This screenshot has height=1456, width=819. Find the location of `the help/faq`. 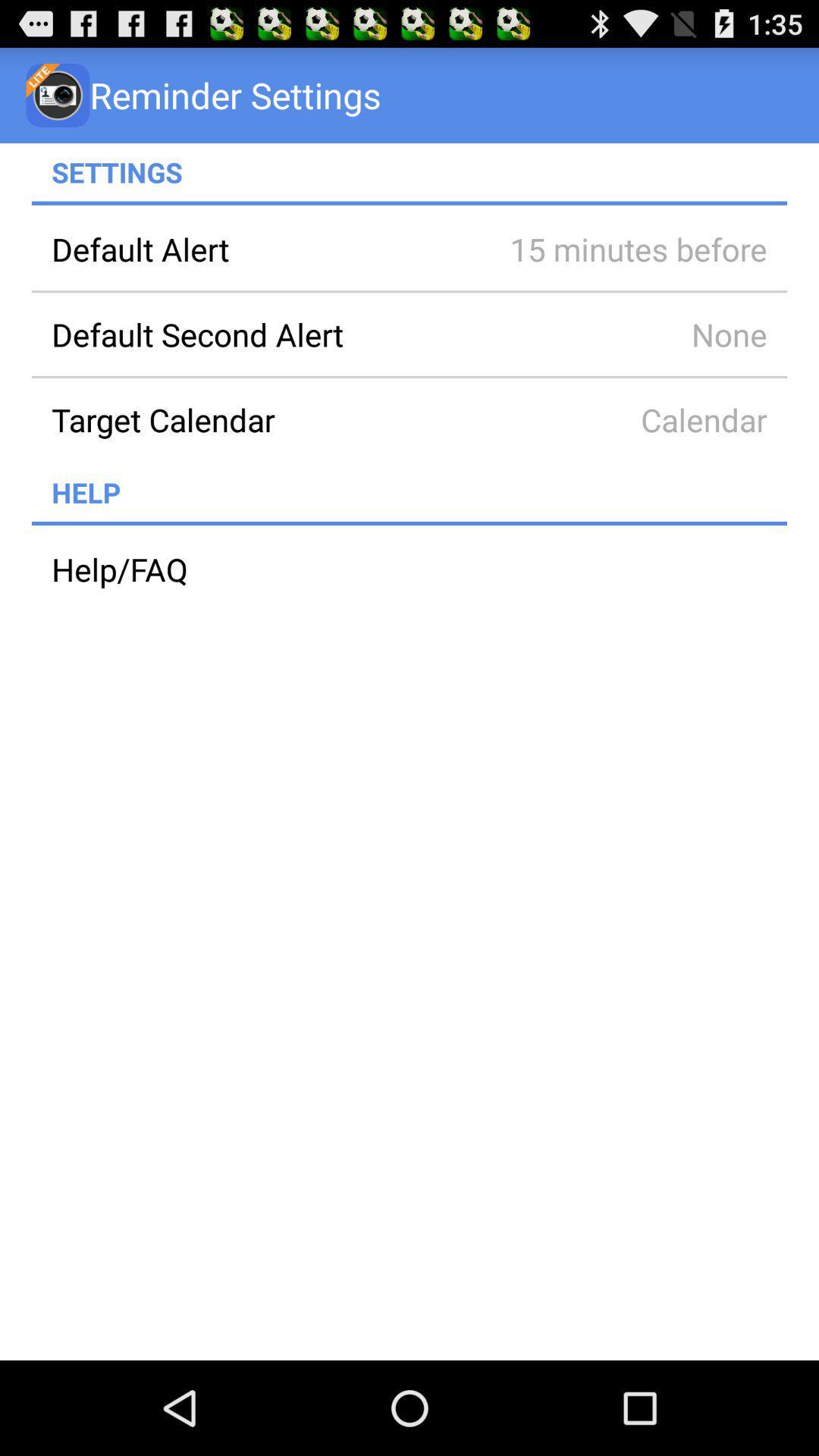

the help/faq is located at coordinates (409, 568).